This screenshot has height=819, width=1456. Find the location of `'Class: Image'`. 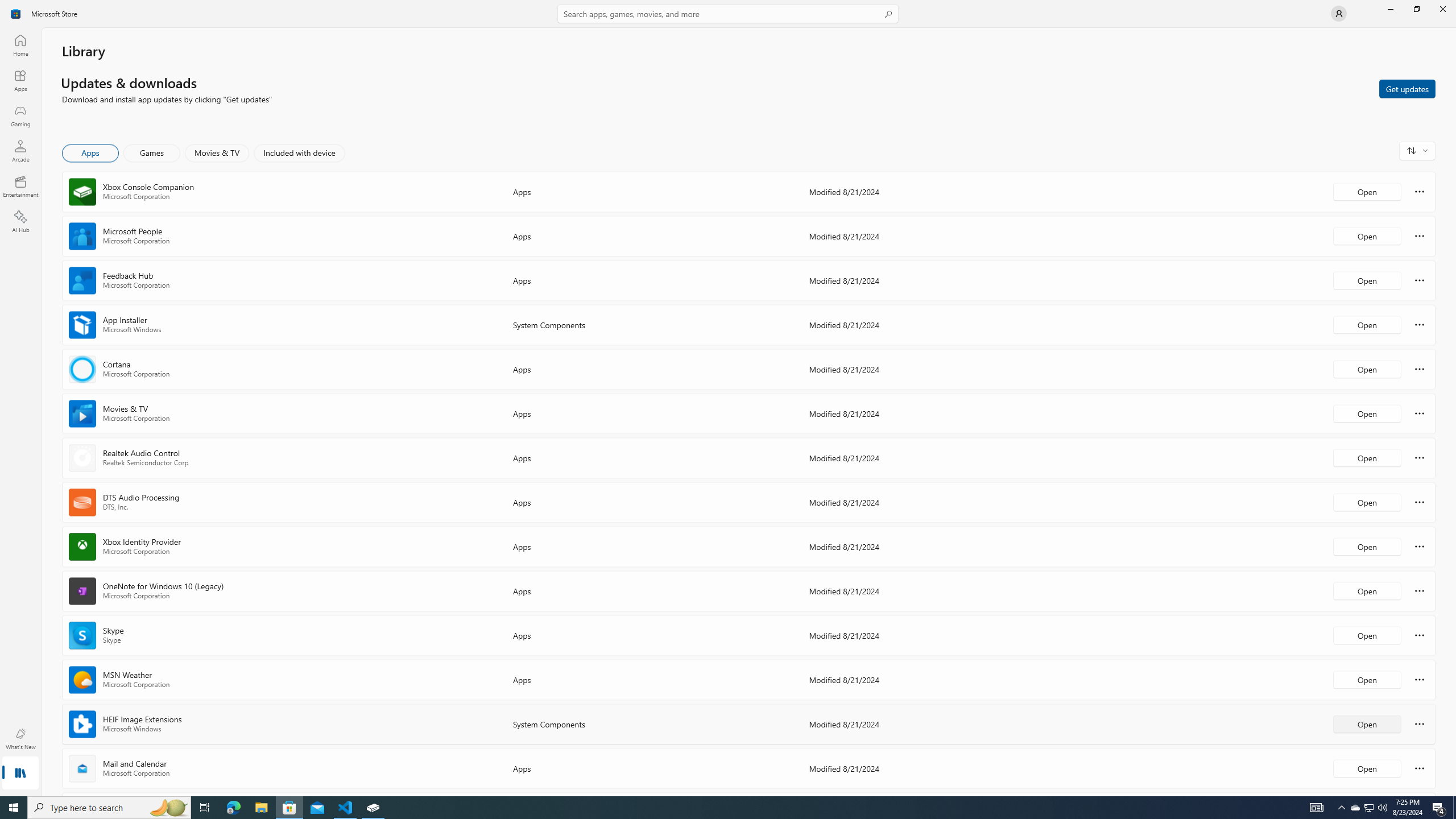

'Class: Image' is located at coordinates (16, 13).